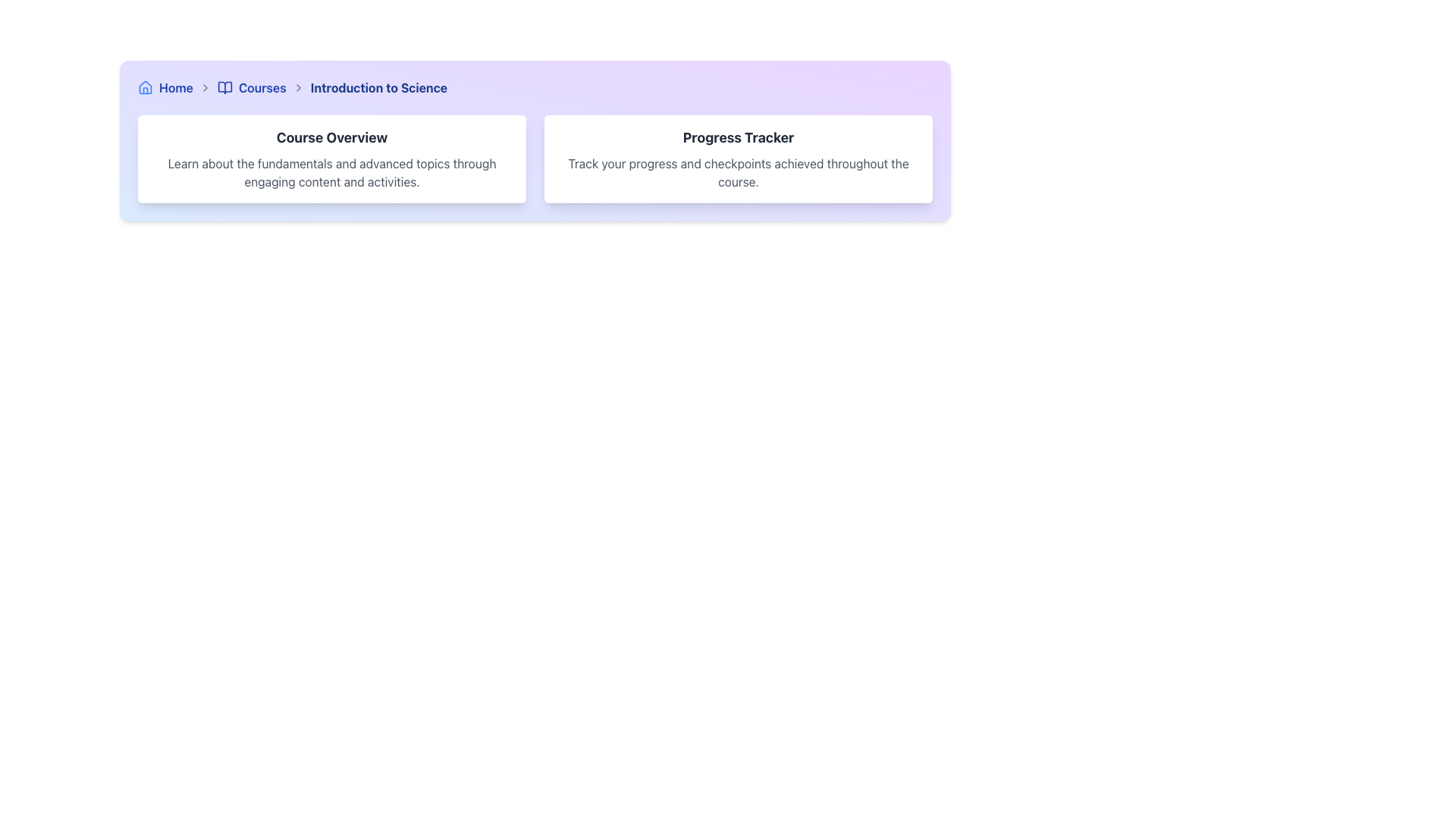 Image resolution: width=1456 pixels, height=819 pixels. I want to click on the decorative 'Courses' icon in the breadcrumb navigation, which is positioned to the left of the text 'Courses', so click(224, 87).